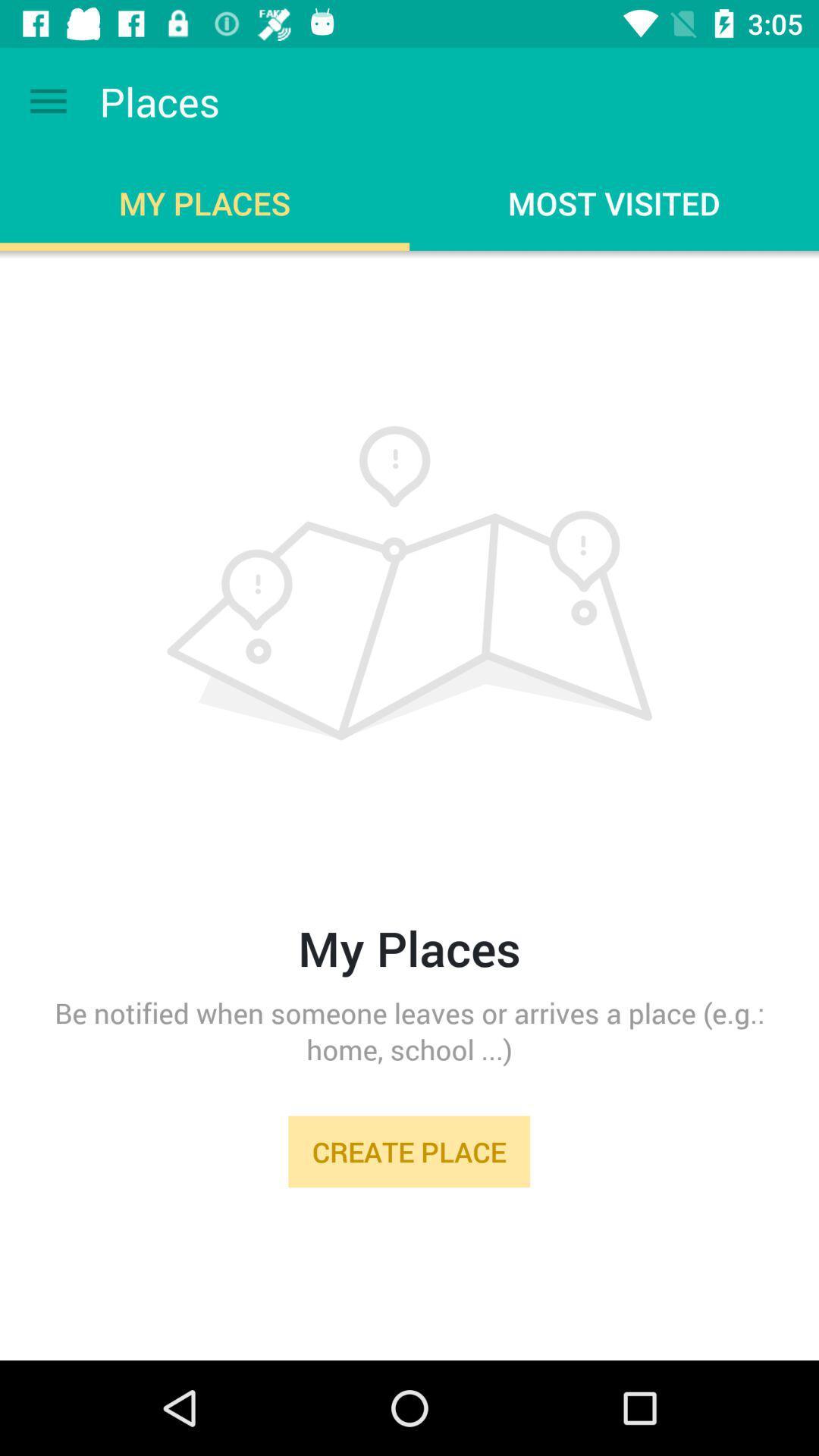 This screenshot has width=819, height=1456. Describe the element at coordinates (408, 1151) in the screenshot. I see `the create place` at that location.